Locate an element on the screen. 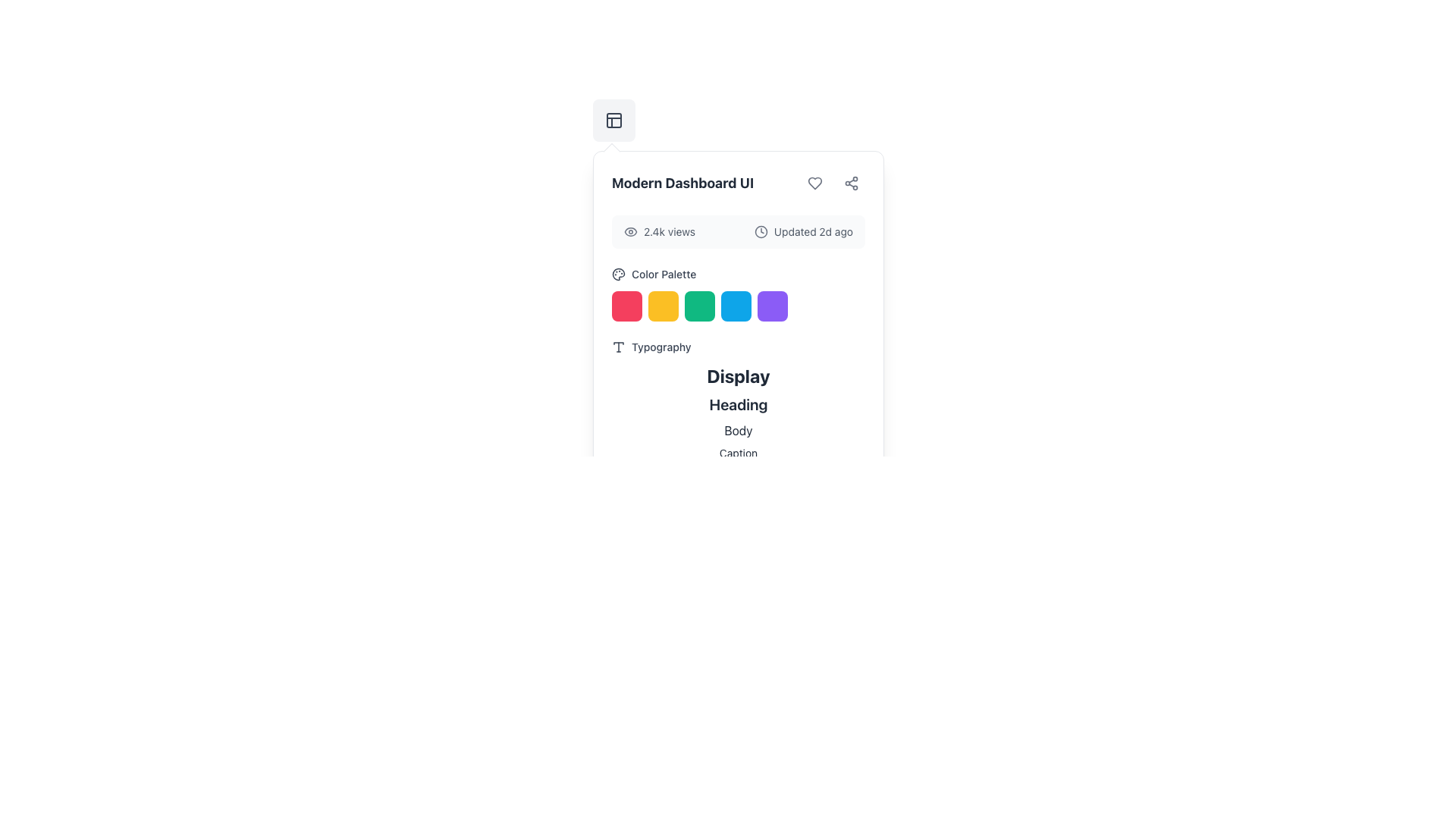 The width and height of the screenshot is (1456, 819). the Text group that demonstrates typography styles, located in the lower portion of the card layout, centered horizontally beneath the 'Typography' header is located at coordinates (739, 412).